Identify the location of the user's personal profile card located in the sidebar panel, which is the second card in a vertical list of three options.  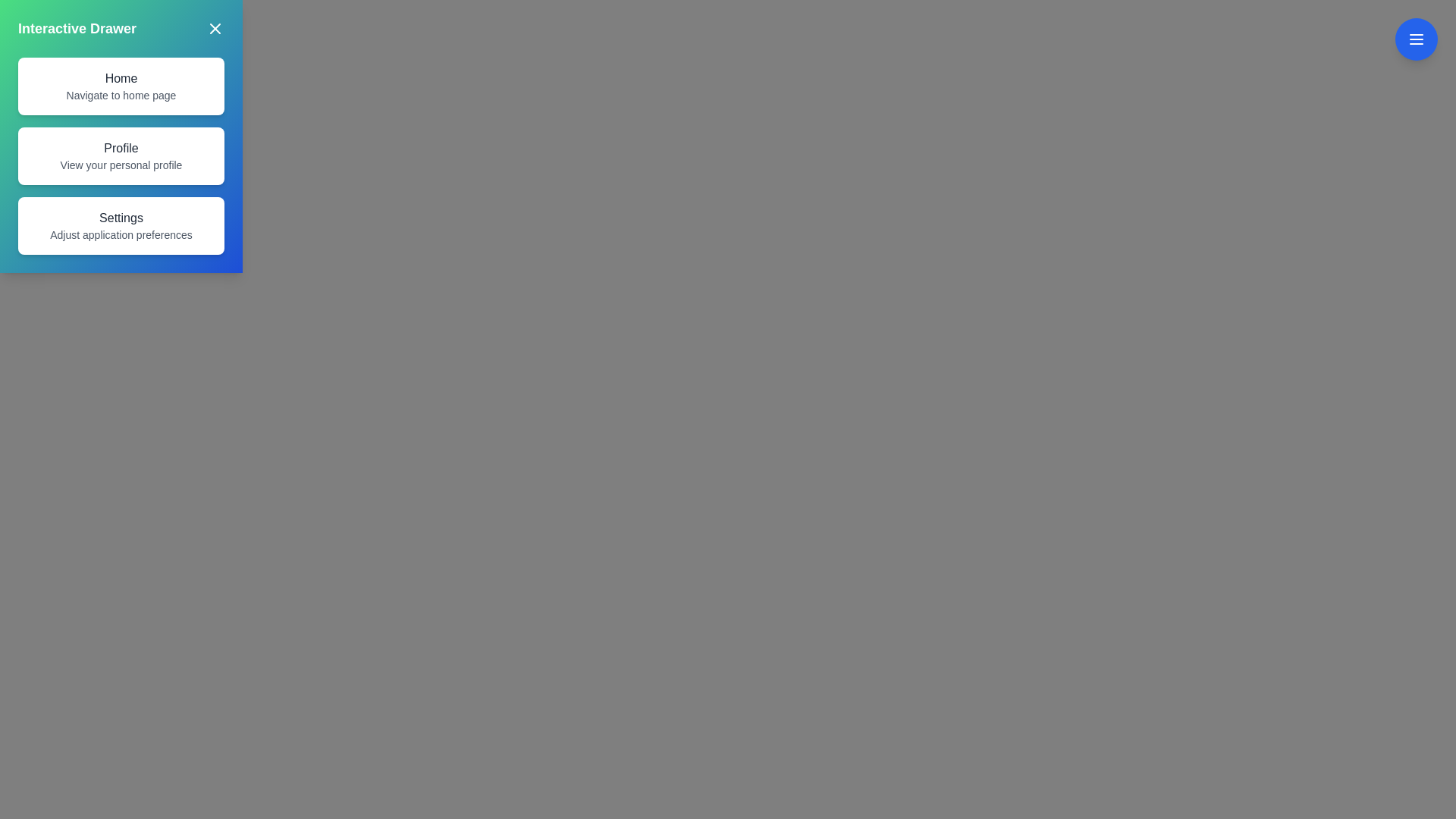
(120, 155).